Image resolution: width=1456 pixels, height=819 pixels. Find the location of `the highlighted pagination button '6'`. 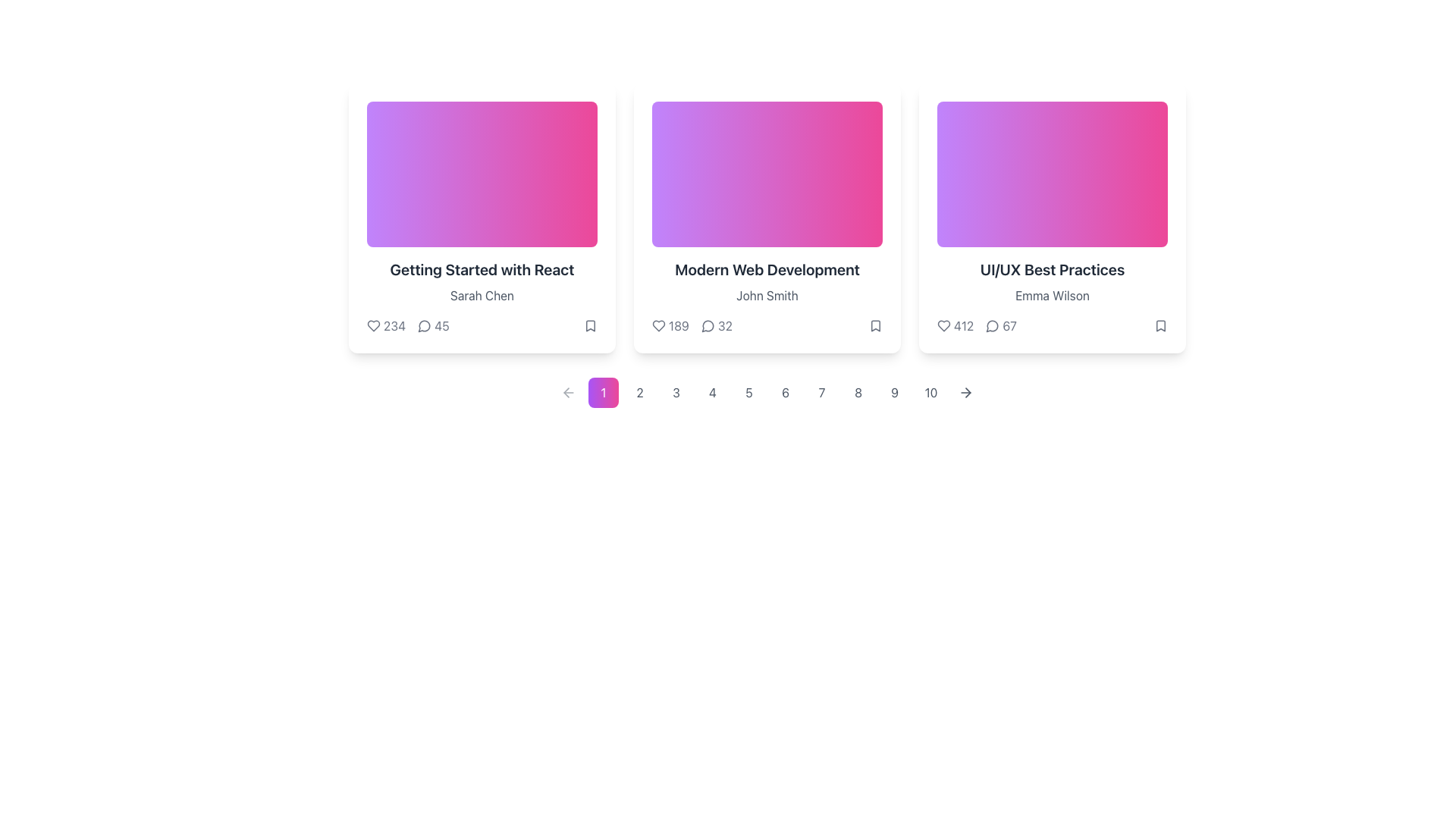

the highlighted pagination button '6' is located at coordinates (767, 391).